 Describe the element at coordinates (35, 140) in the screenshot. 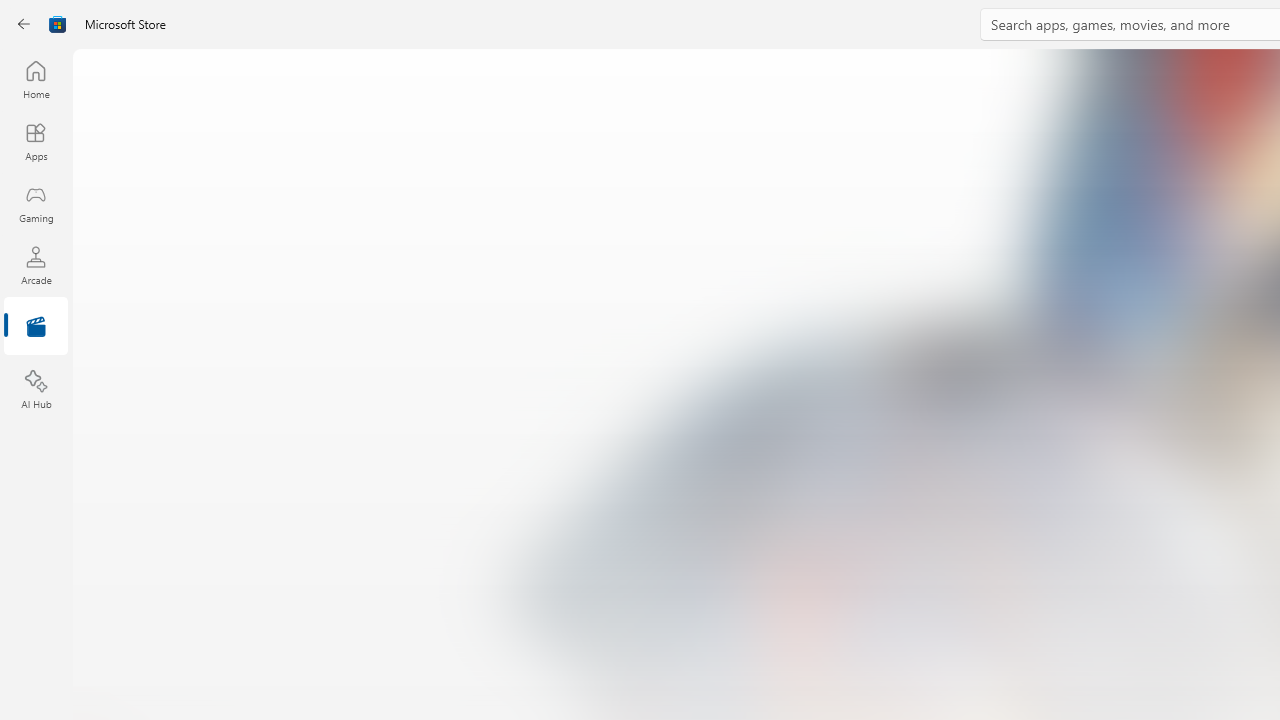

I see `'Apps'` at that location.